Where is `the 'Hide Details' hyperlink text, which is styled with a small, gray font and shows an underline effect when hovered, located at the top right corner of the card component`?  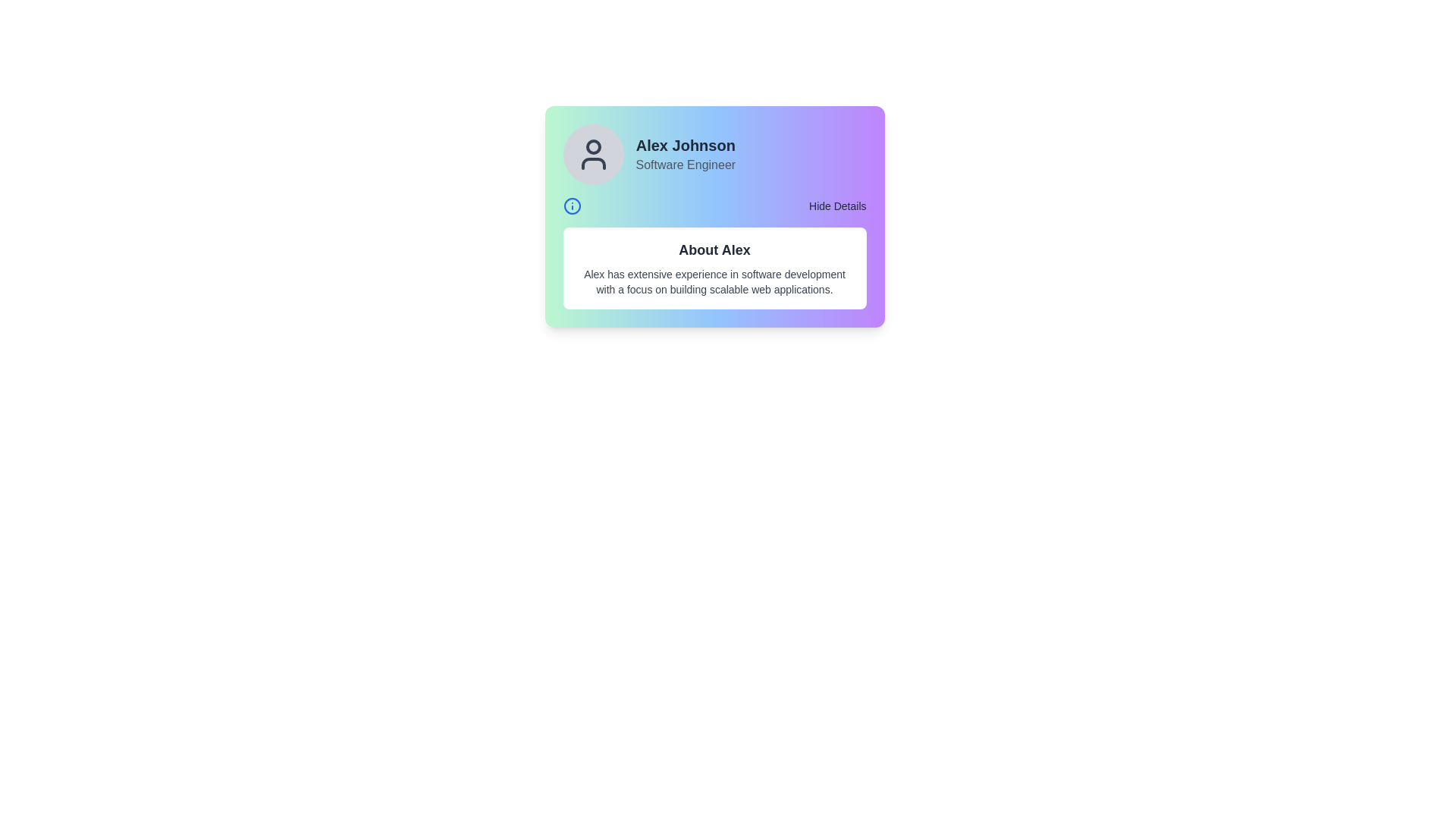 the 'Hide Details' hyperlink text, which is styled with a small, gray font and shows an underline effect when hovered, located at the top right corner of the card component is located at coordinates (836, 206).